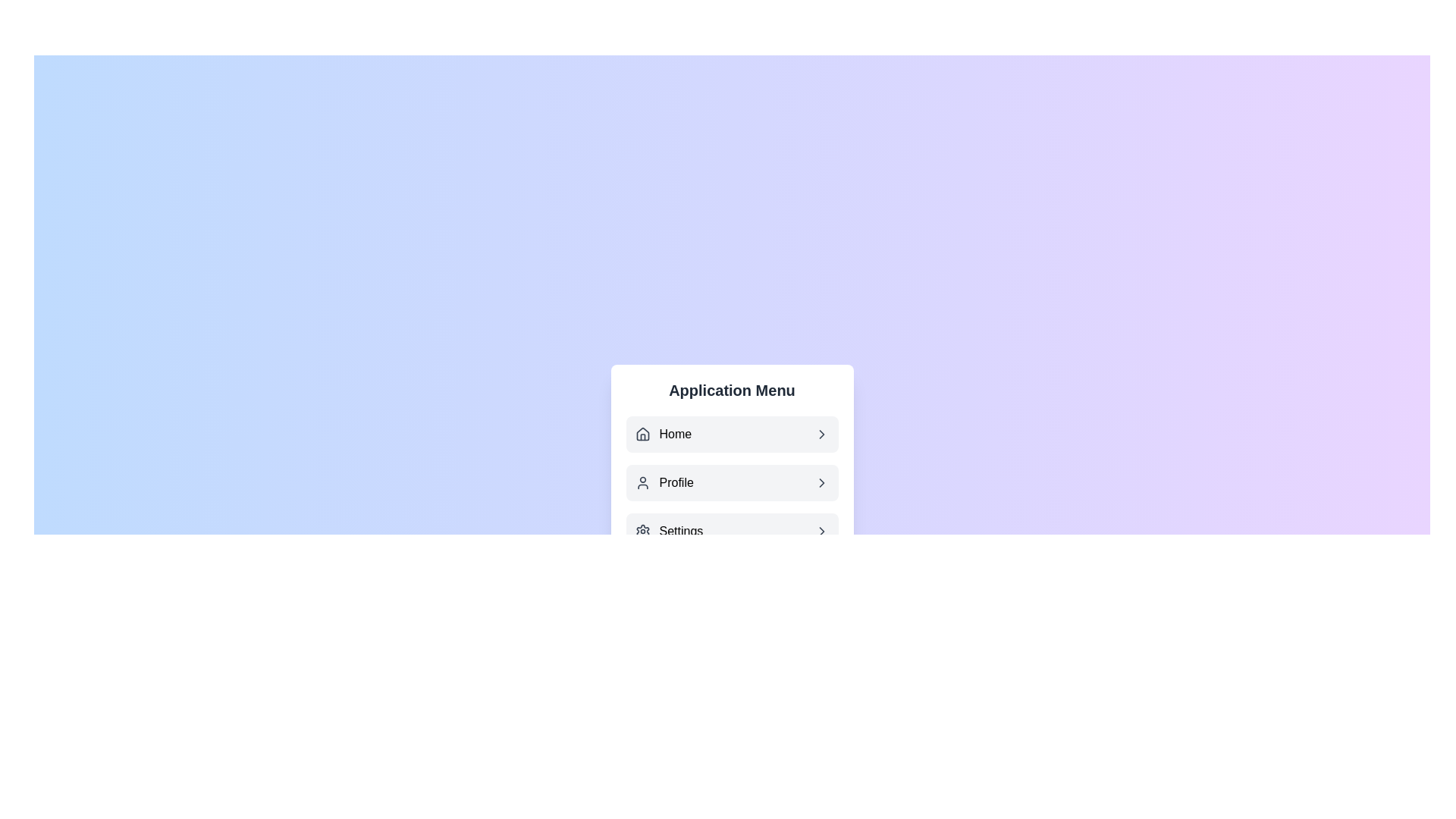 Image resolution: width=1456 pixels, height=819 pixels. What do you see at coordinates (642, 531) in the screenshot?
I see `the circular cog icon located to the left of the 'Settings' label` at bounding box center [642, 531].